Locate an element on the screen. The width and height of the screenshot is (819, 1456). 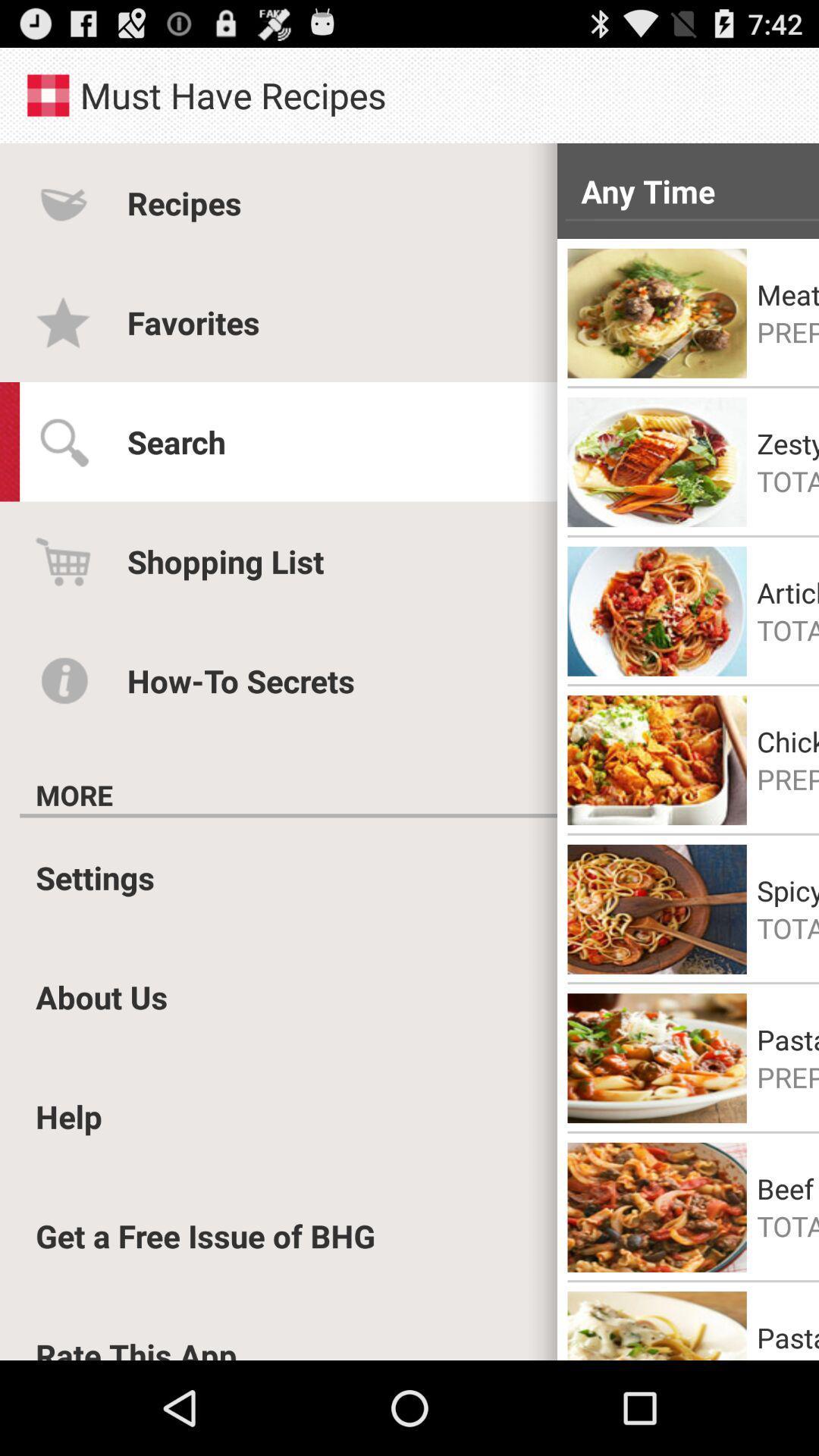
the zesty salmon pasta item is located at coordinates (787, 443).